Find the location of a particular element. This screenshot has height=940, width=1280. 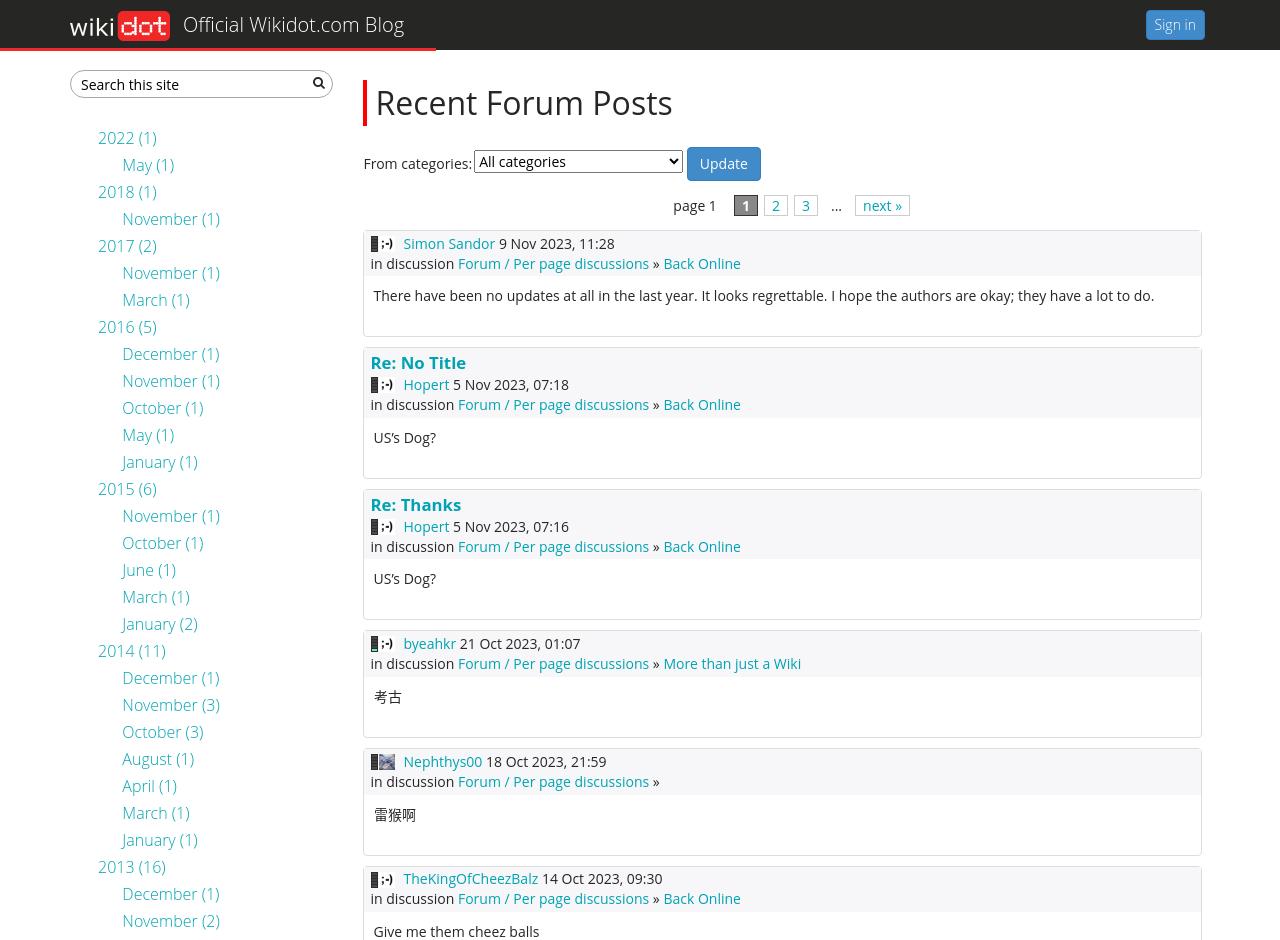

'August (1)' is located at coordinates (156, 757).